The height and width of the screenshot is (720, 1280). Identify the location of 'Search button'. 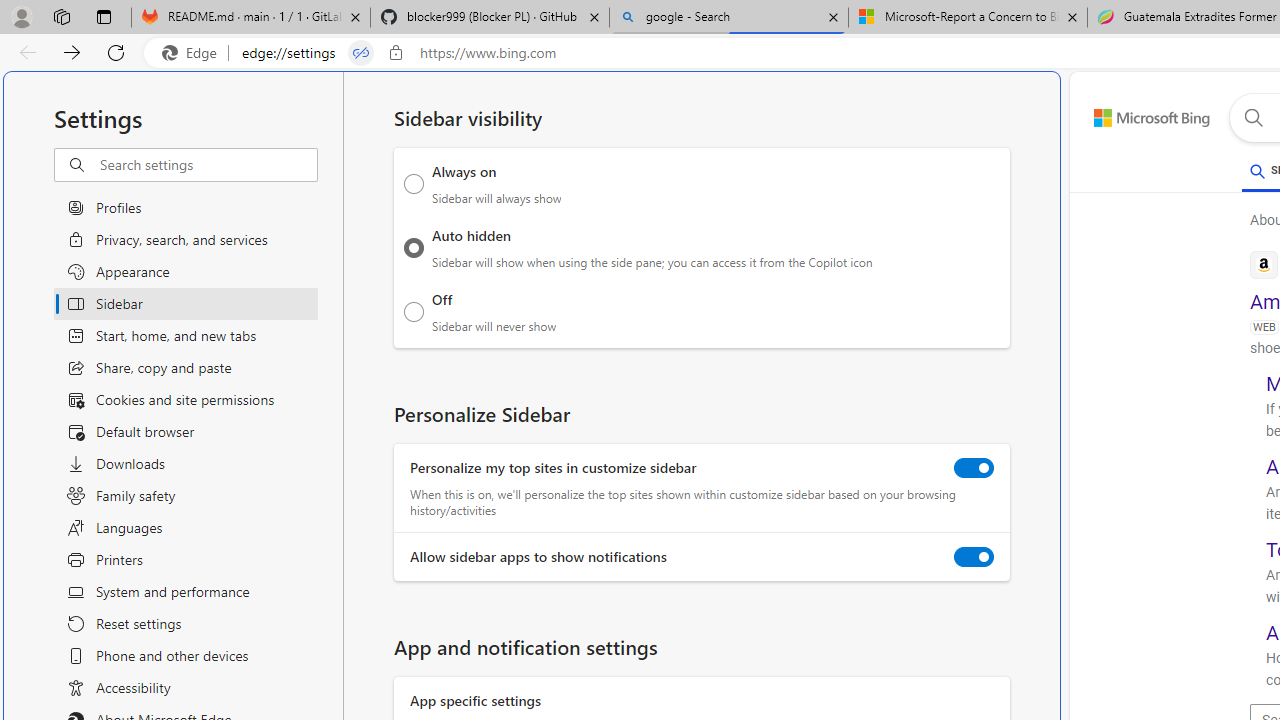
(1252, 118).